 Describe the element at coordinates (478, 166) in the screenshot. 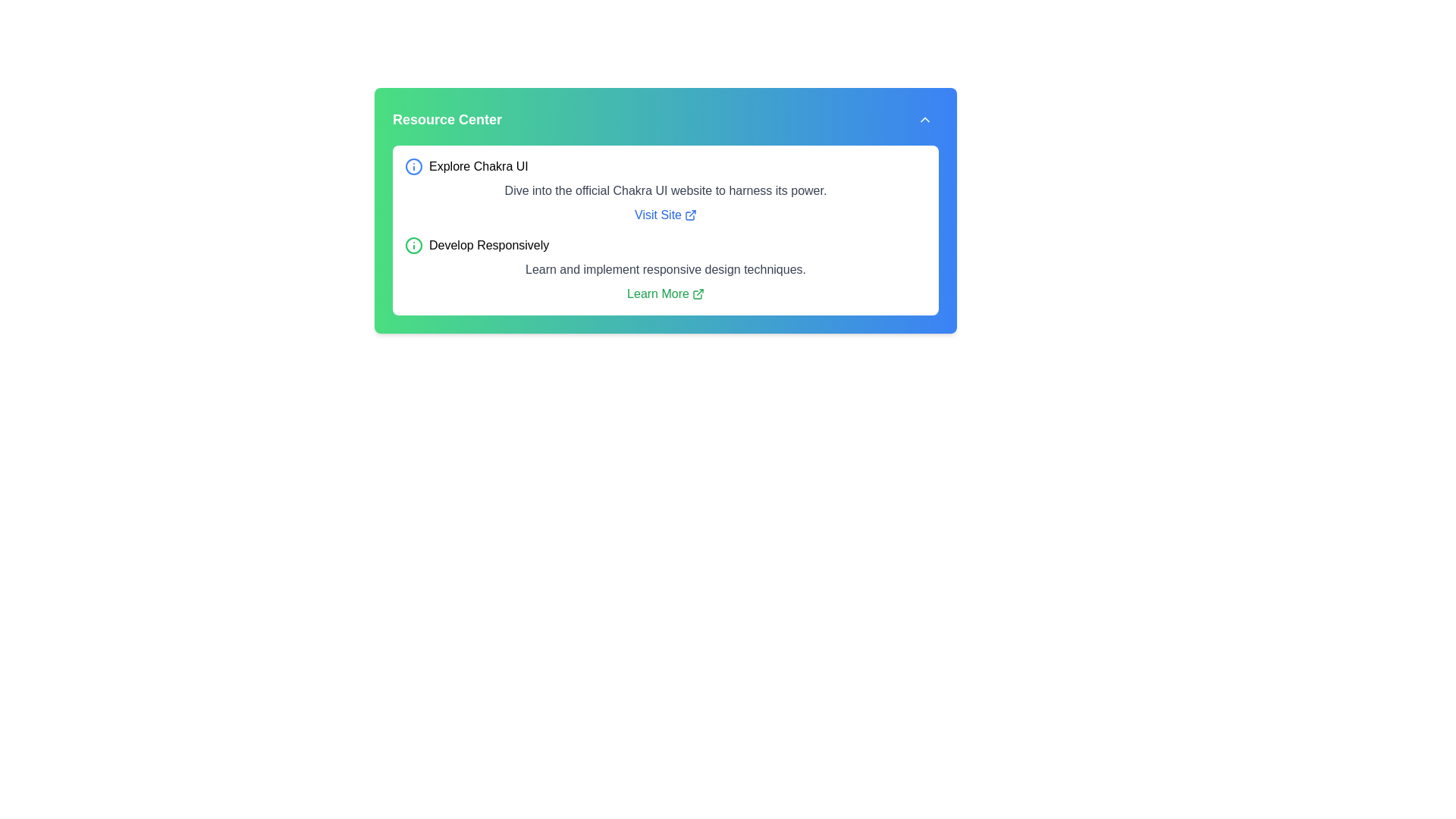

I see `the text element displaying 'Explore Chakra UI', which is styled in bold black font on a light background, located to the right of a blue circular icon with an 'i' symbol in the 'Resource Center' section` at that location.